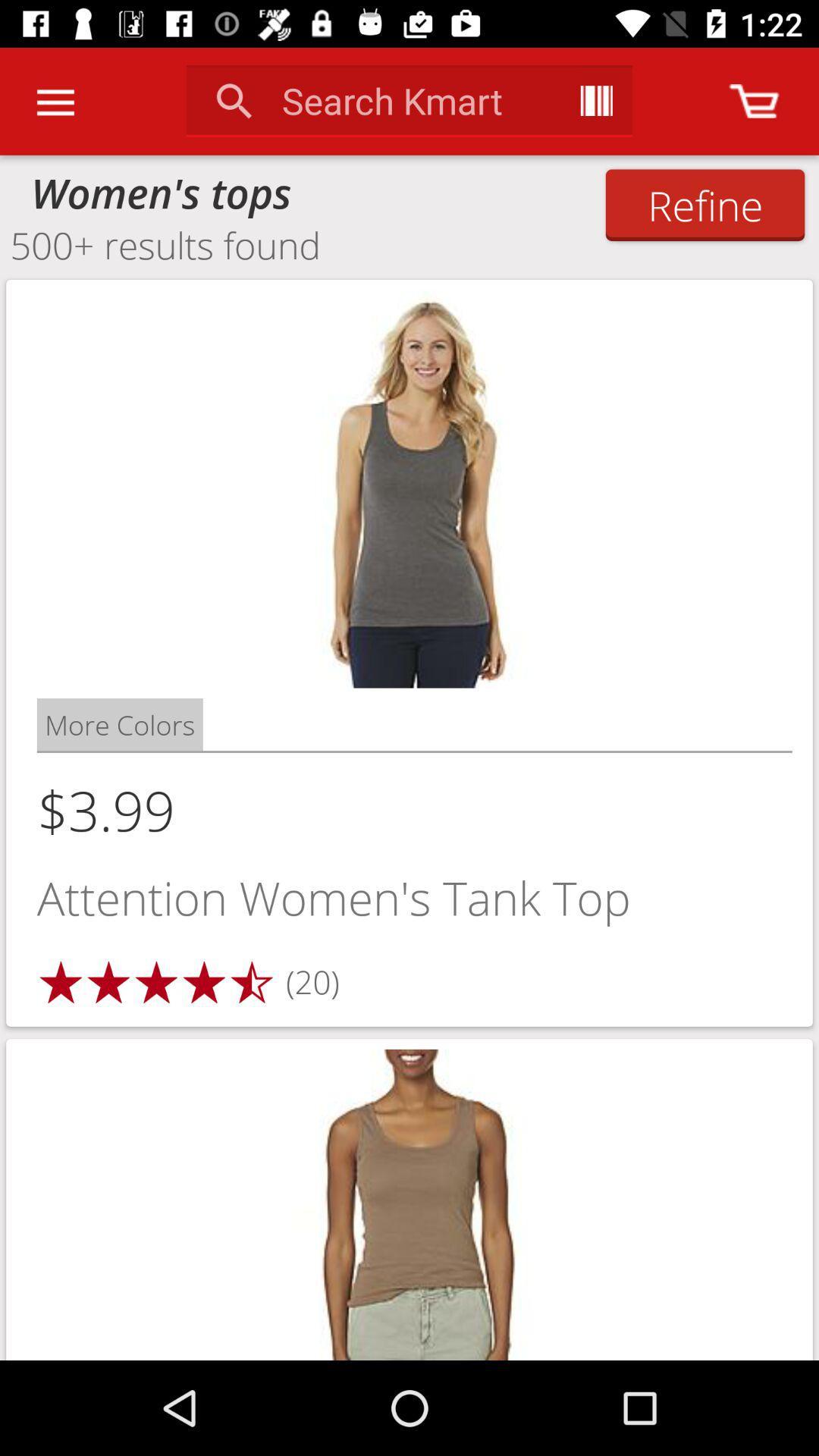 The height and width of the screenshot is (1456, 819). What do you see at coordinates (55, 101) in the screenshot?
I see `the item above the  women's tops icon` at bounding box center [55, 101].